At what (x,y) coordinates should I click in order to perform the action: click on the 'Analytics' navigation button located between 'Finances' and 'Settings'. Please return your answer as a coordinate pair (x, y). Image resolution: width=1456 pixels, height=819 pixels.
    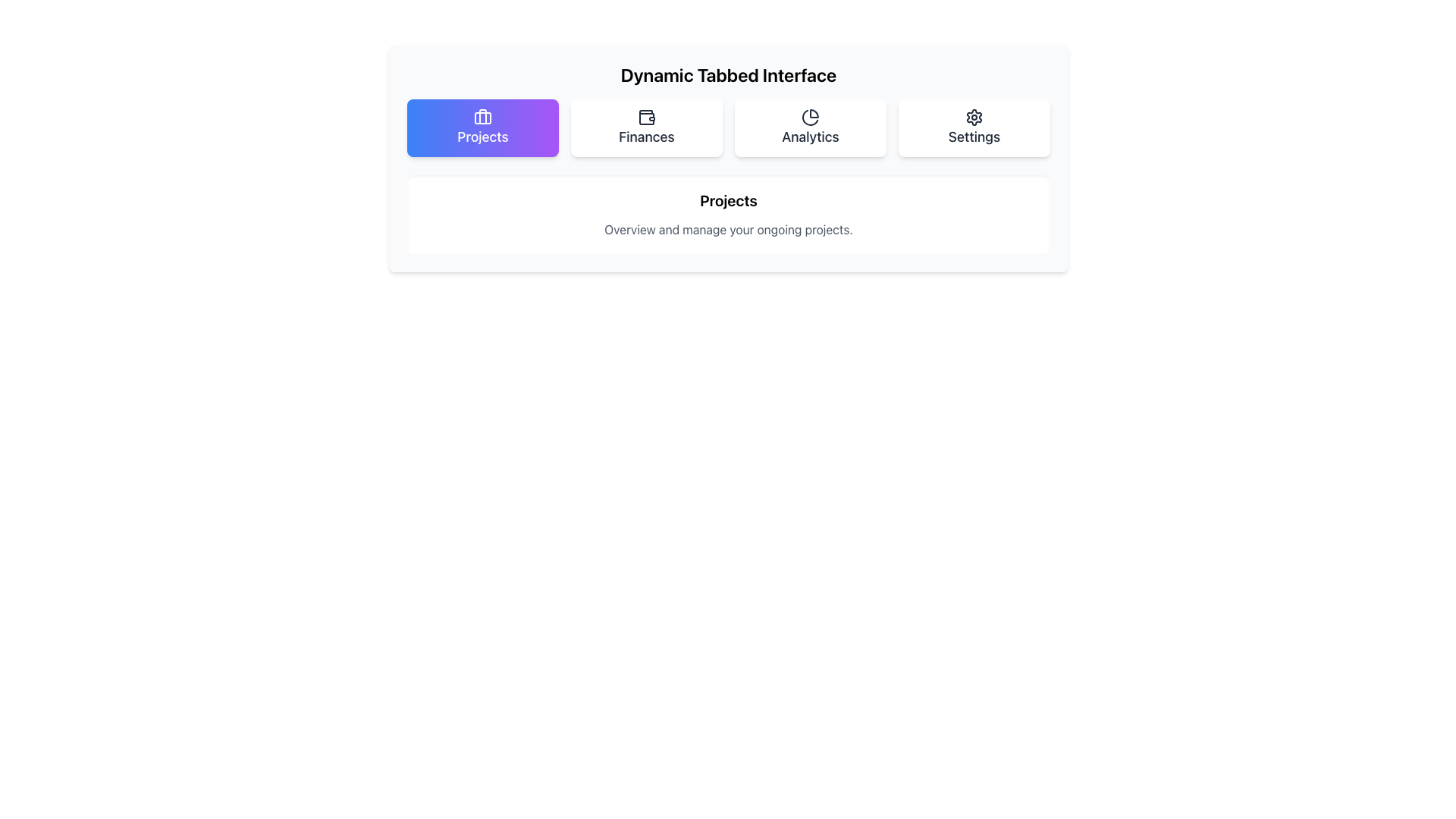
    Looking at the image, I should click on (809, 127).